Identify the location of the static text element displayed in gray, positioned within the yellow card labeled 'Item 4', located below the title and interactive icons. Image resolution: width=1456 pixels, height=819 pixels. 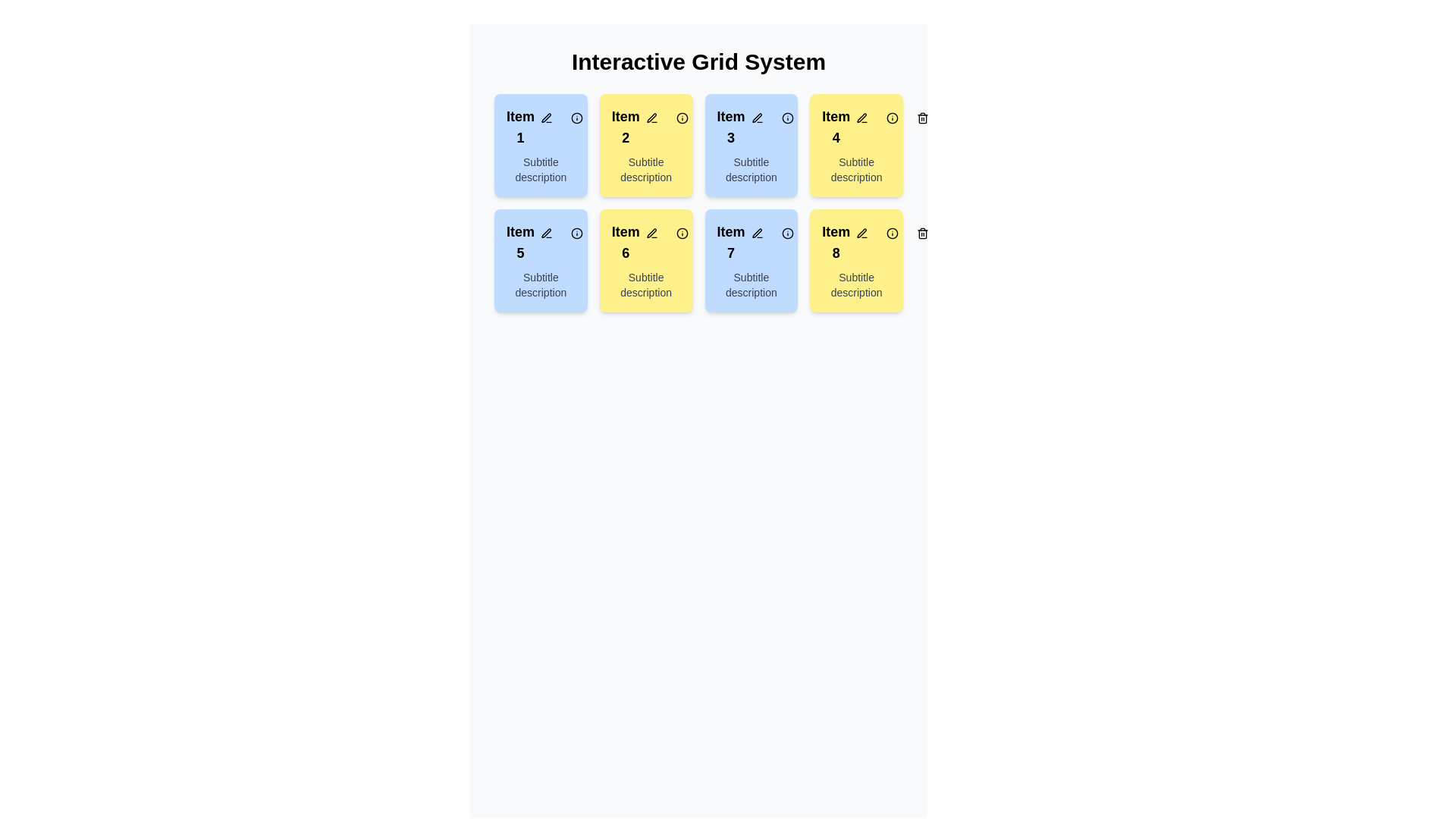
(856, 169).